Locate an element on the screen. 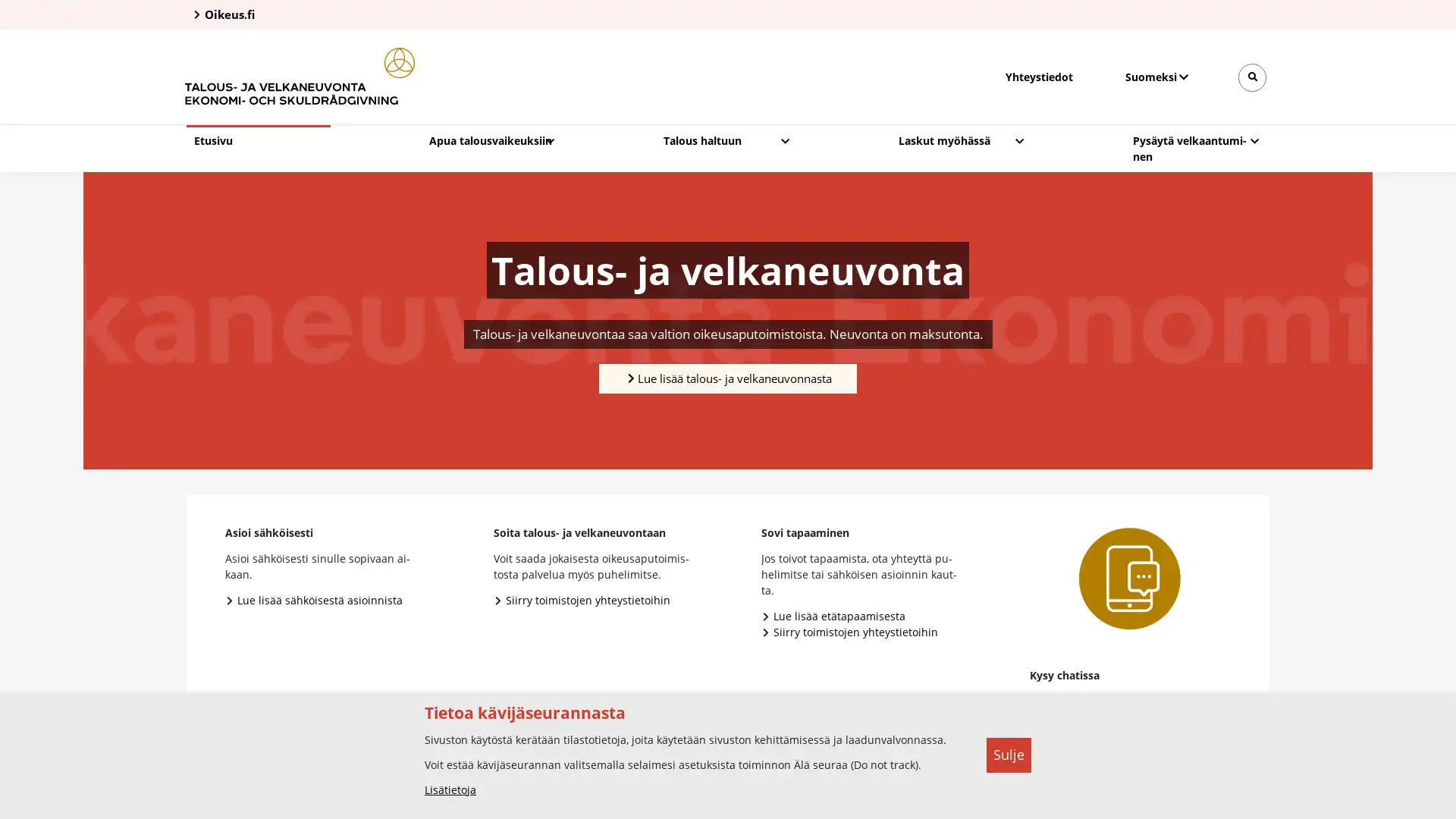 The width and height of the screenshot is (1456, 819). Sulje is located at coordinates (1009, 755).